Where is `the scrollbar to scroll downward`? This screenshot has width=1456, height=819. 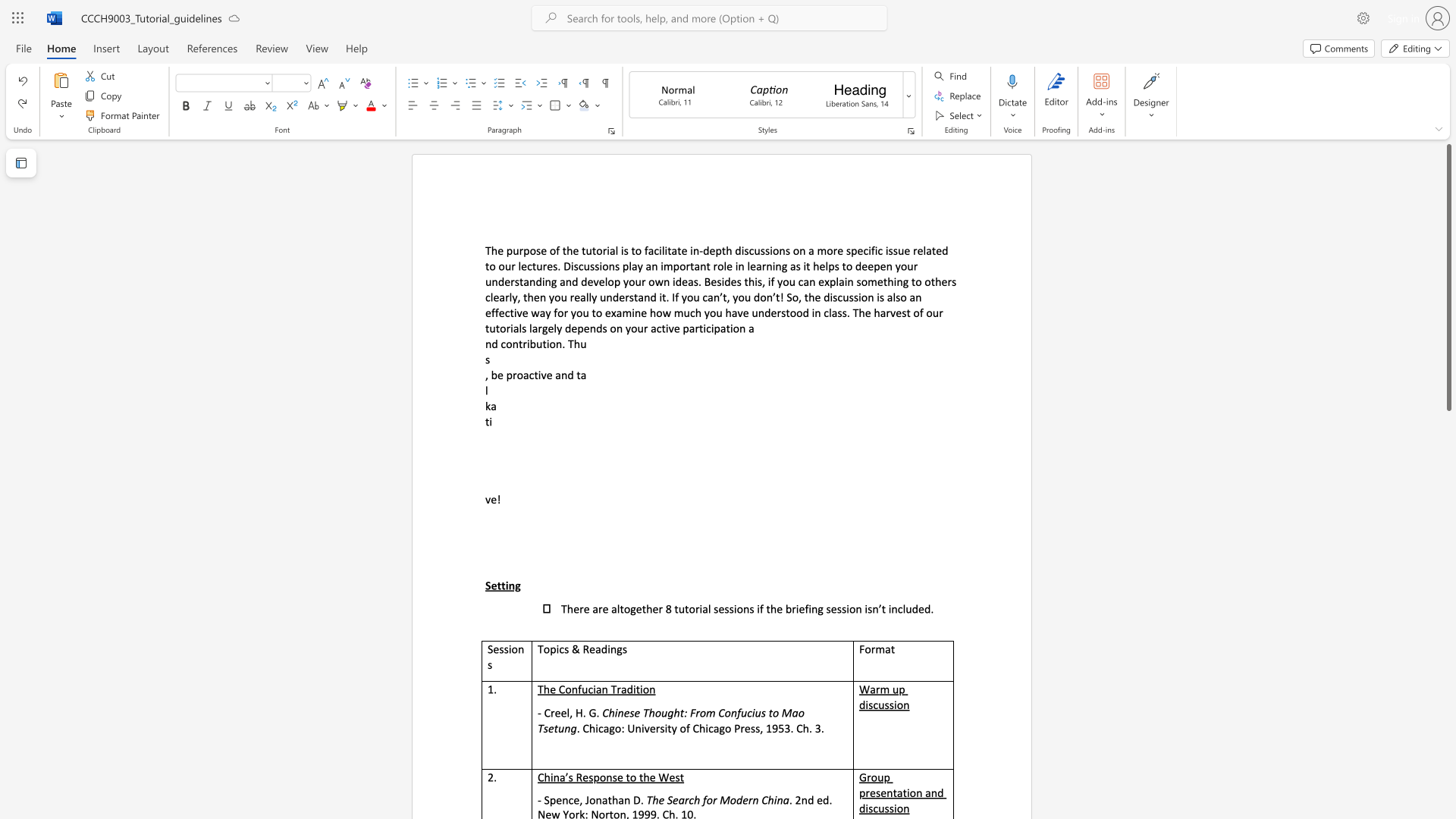 the scrollbar to scroll downward is located at coordinates (1448, 500).